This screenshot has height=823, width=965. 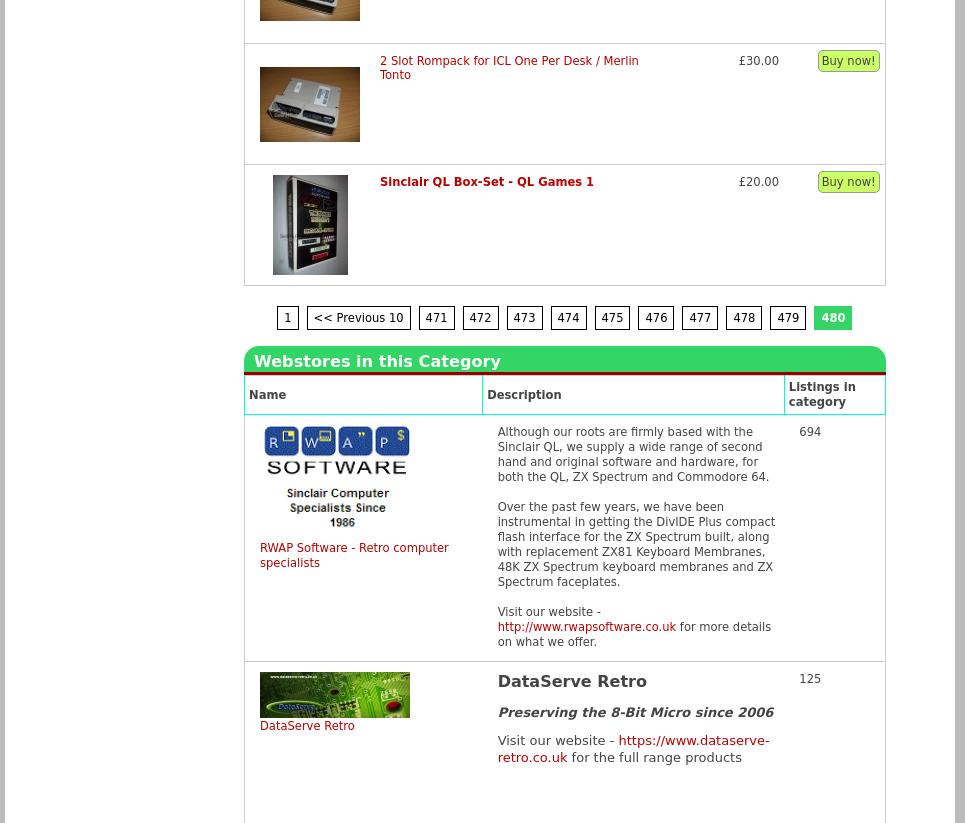 What do you see at coordinates (567, 756) in the screenshot?
I see `'for the full range products'` at bounding box center [567, 756].